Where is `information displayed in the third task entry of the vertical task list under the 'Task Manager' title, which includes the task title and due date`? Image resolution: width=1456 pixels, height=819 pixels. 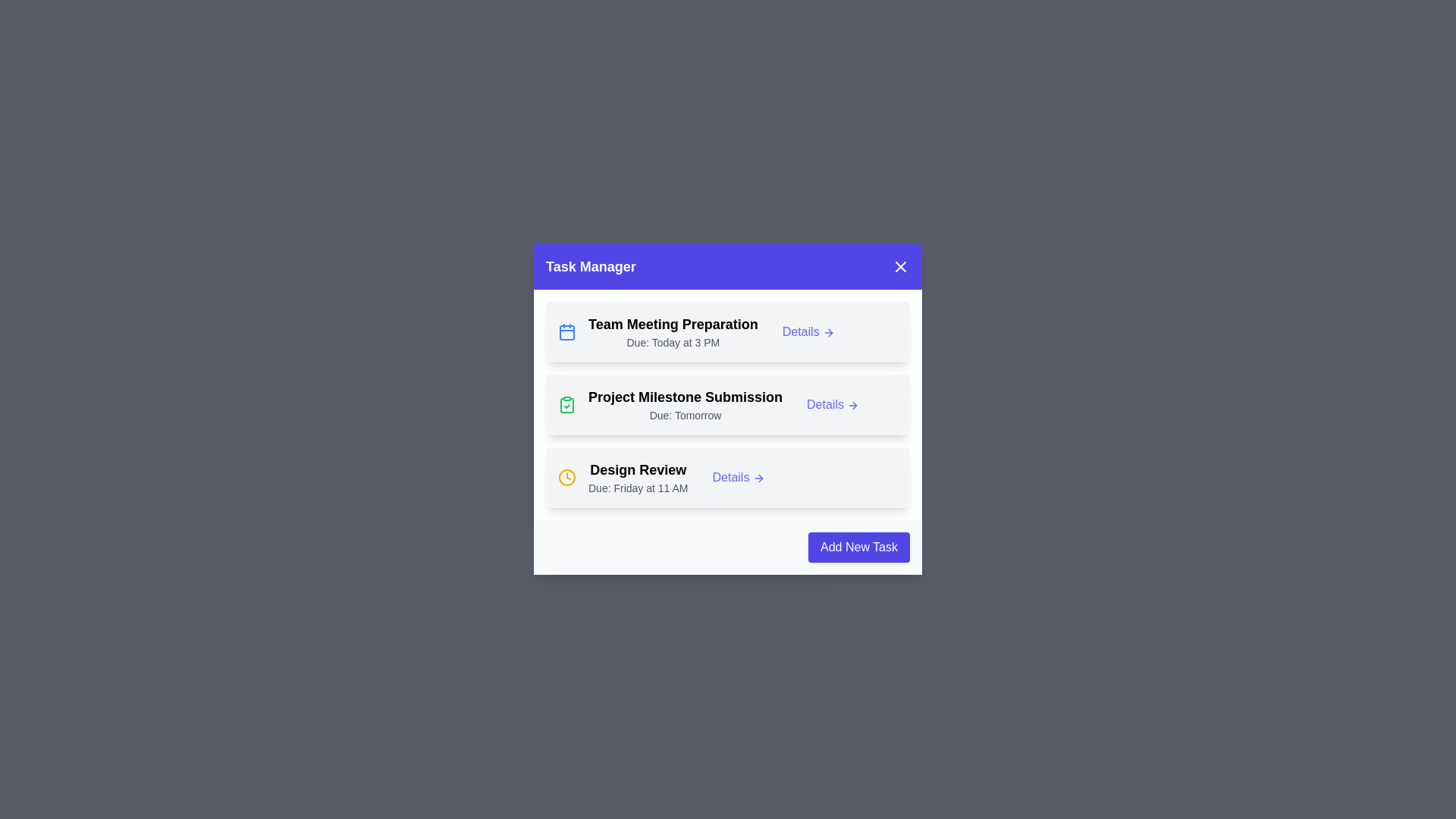 information displayed in the third task entry of the vertical task list under the 'Task Manager' title, which includes the task title and due date is located at coordinates (638, 476).